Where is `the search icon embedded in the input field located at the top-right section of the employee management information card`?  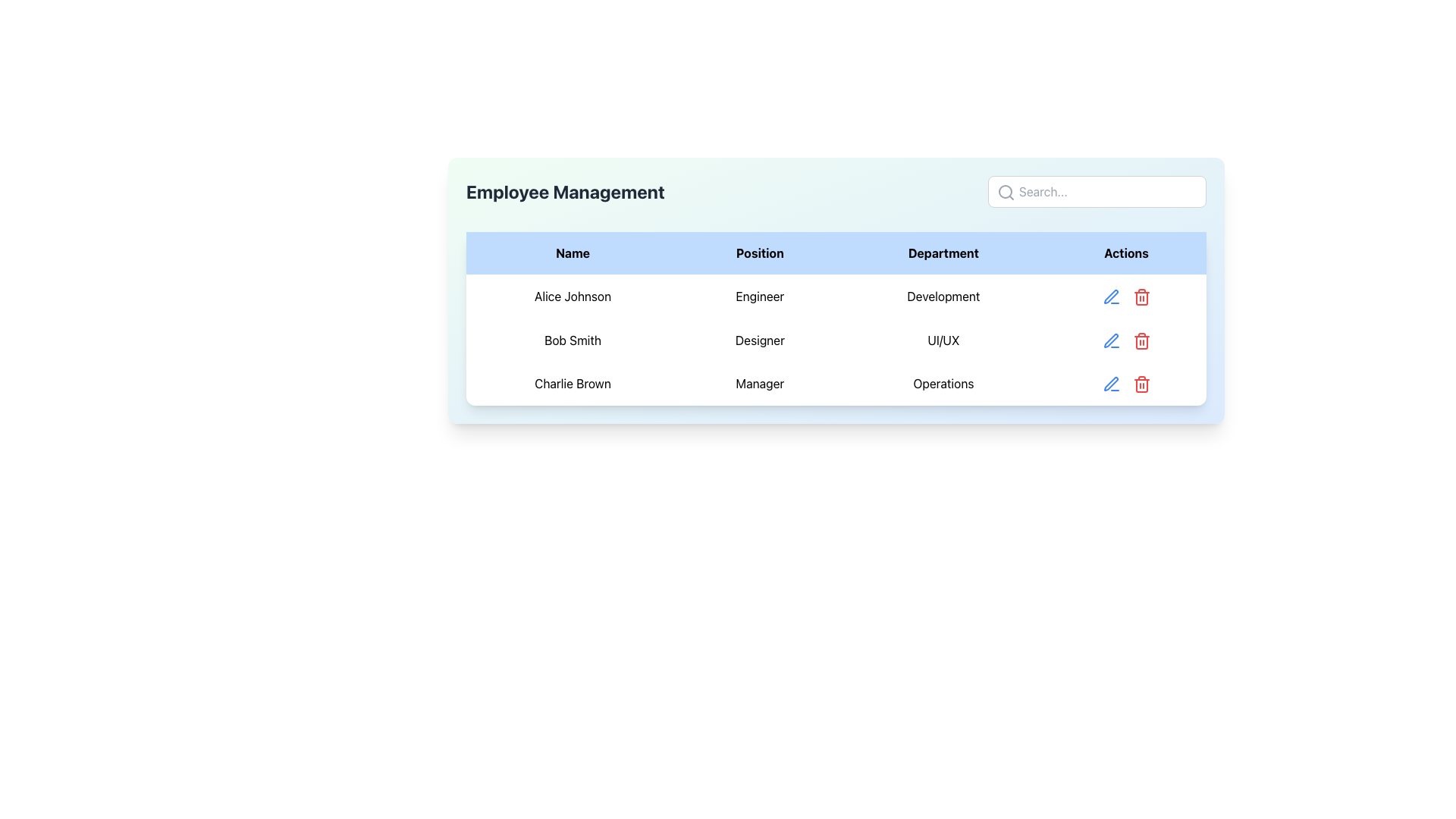
the search icon embedded in the input field located at the top-right section of the employee management information card is located at coordinates (1006, 192).